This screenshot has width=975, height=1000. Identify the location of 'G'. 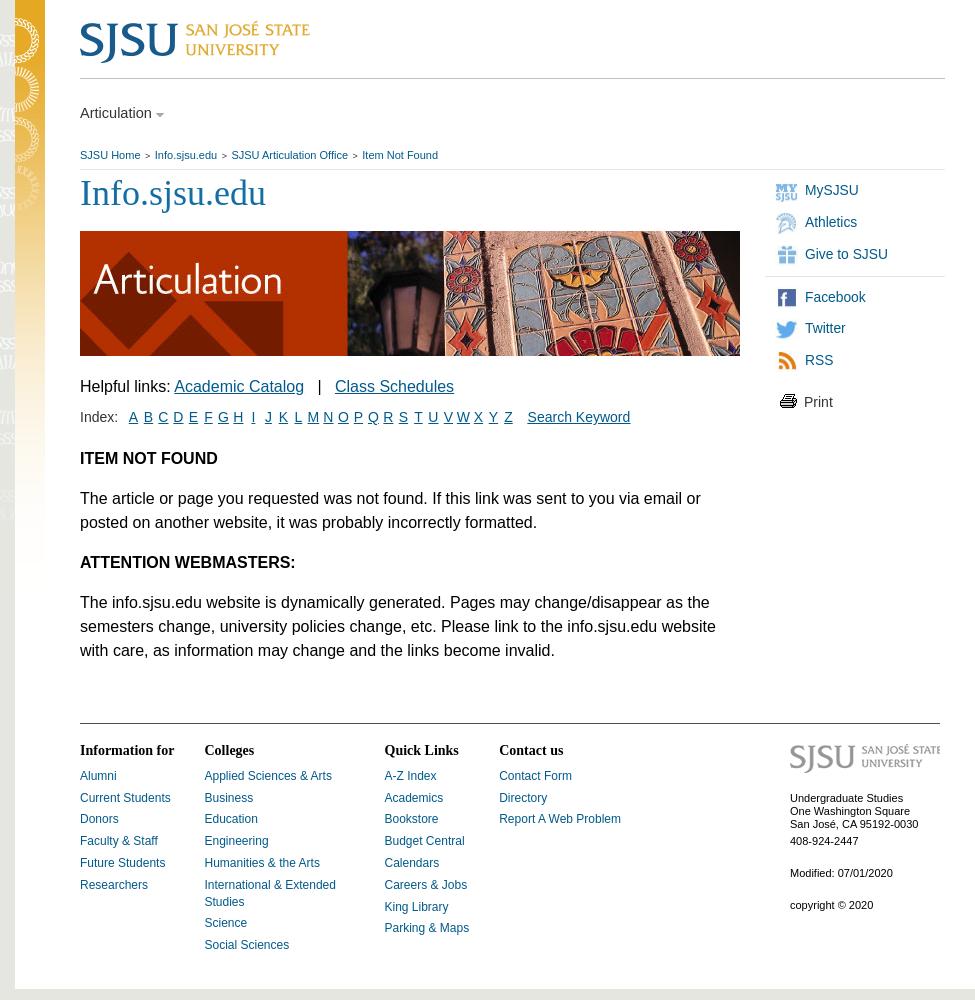
(217, 417).